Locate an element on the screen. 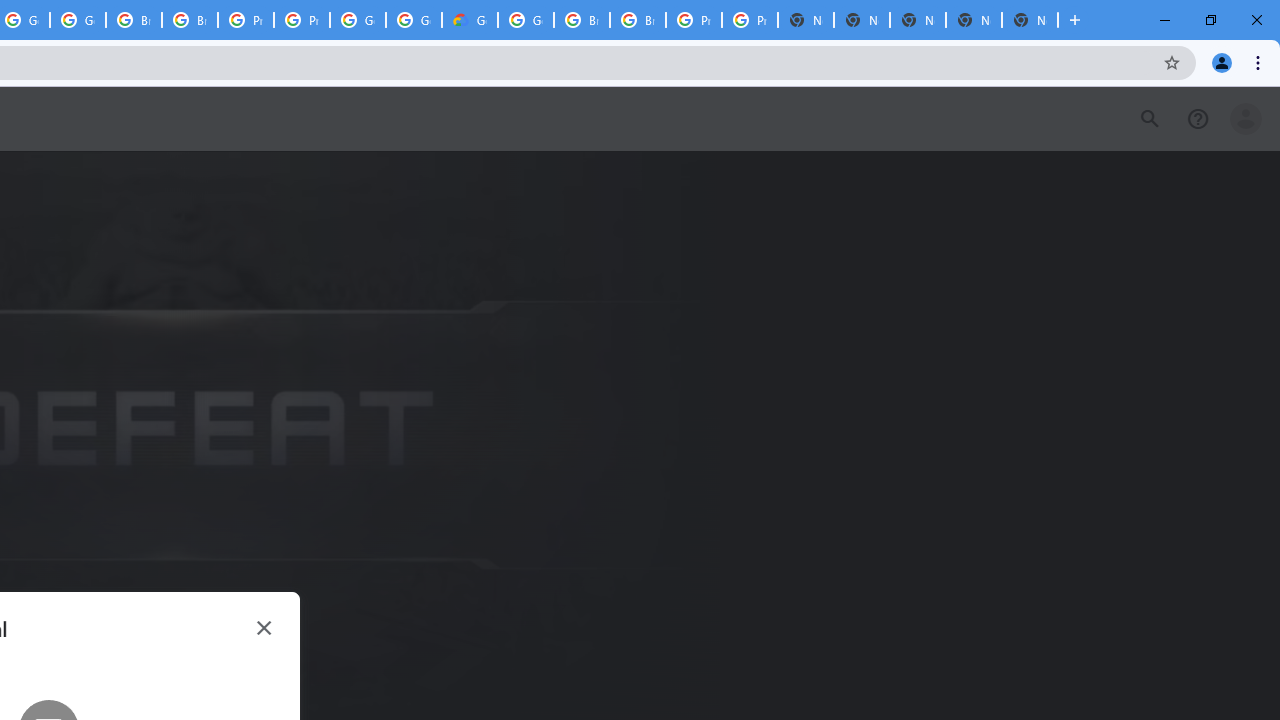  'Google Cloud Platform' is located at coordinates (526, 20).